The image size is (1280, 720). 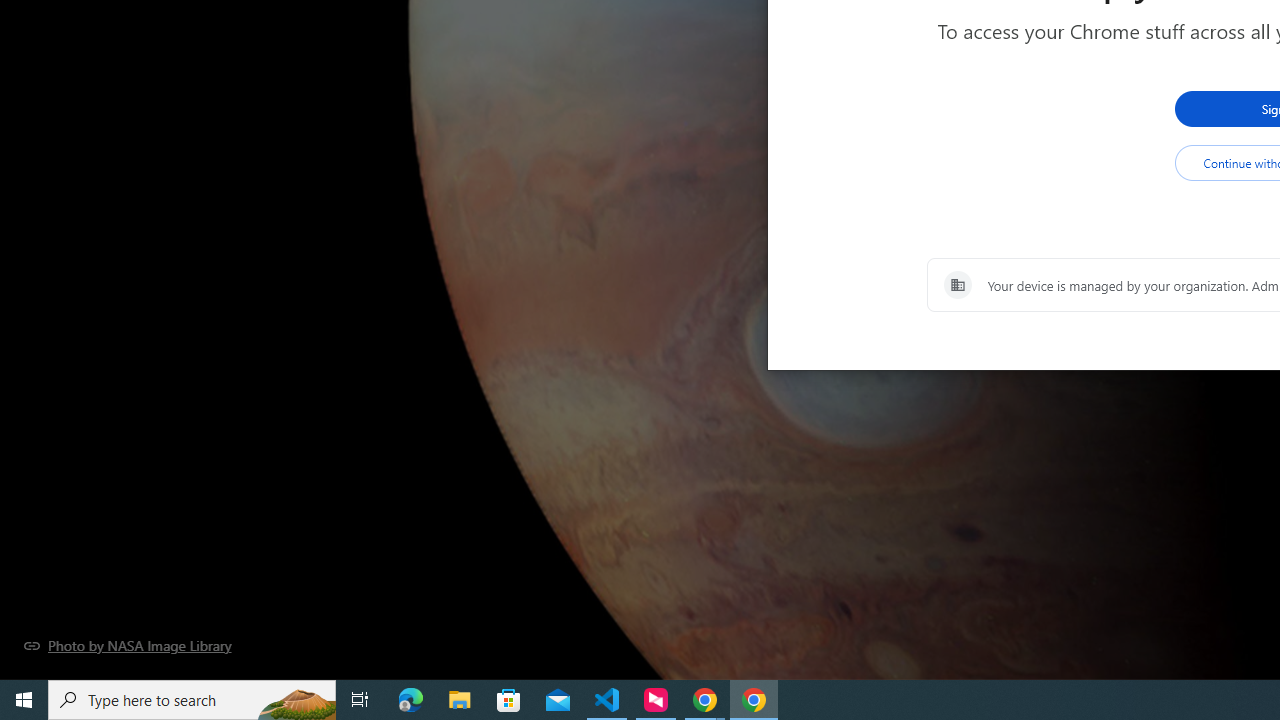 I want to click on 'Task View', so click(x=359, y=698).